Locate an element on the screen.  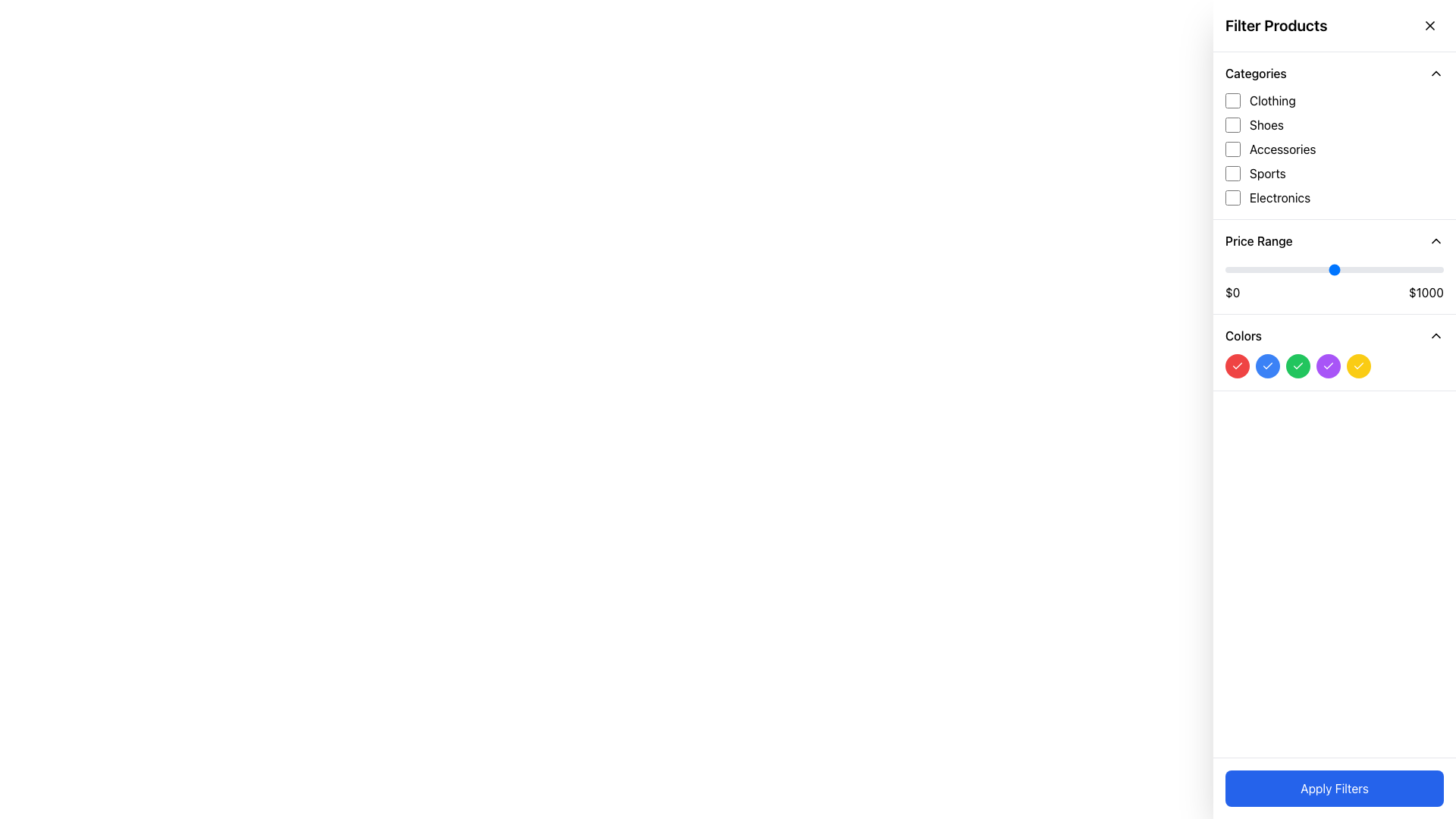
the Checkbox labeled 'Clothing' which is the first item in the 'Categories' section is located at coordinates (1335, 100).